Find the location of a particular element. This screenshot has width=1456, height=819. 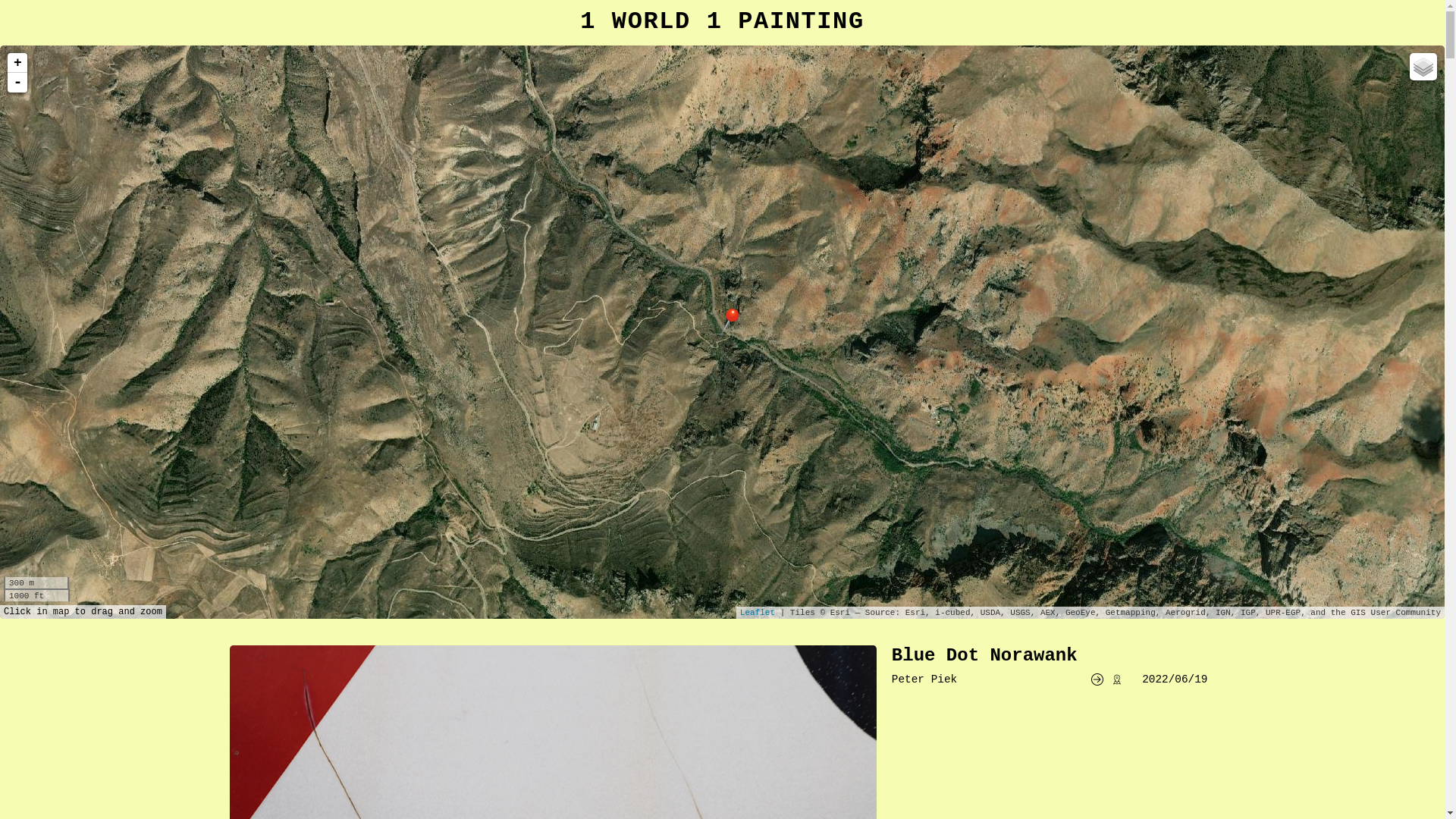

'Leaflet' is located at coordinates (757, 611).